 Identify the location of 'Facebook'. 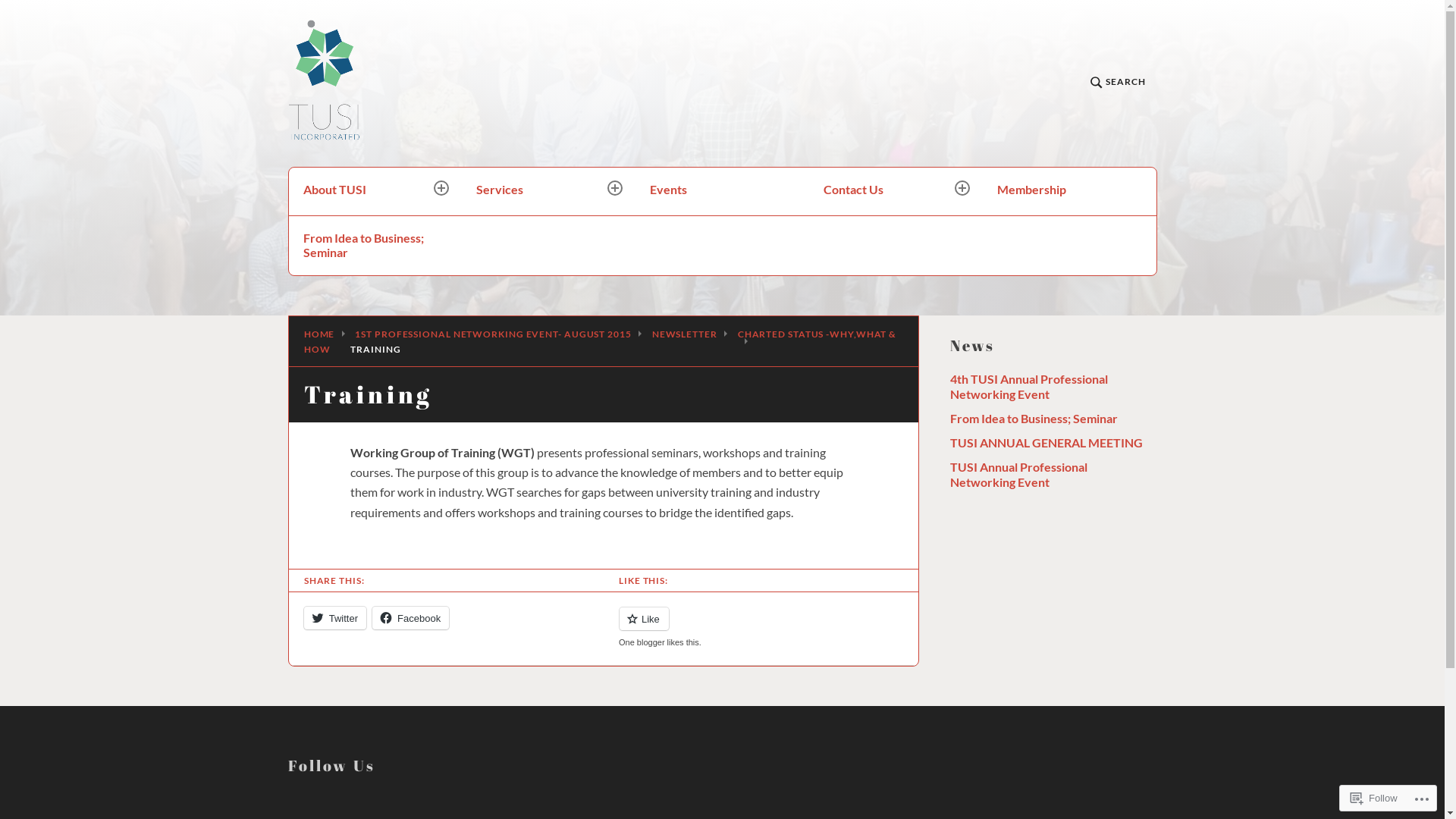
(410, 617).